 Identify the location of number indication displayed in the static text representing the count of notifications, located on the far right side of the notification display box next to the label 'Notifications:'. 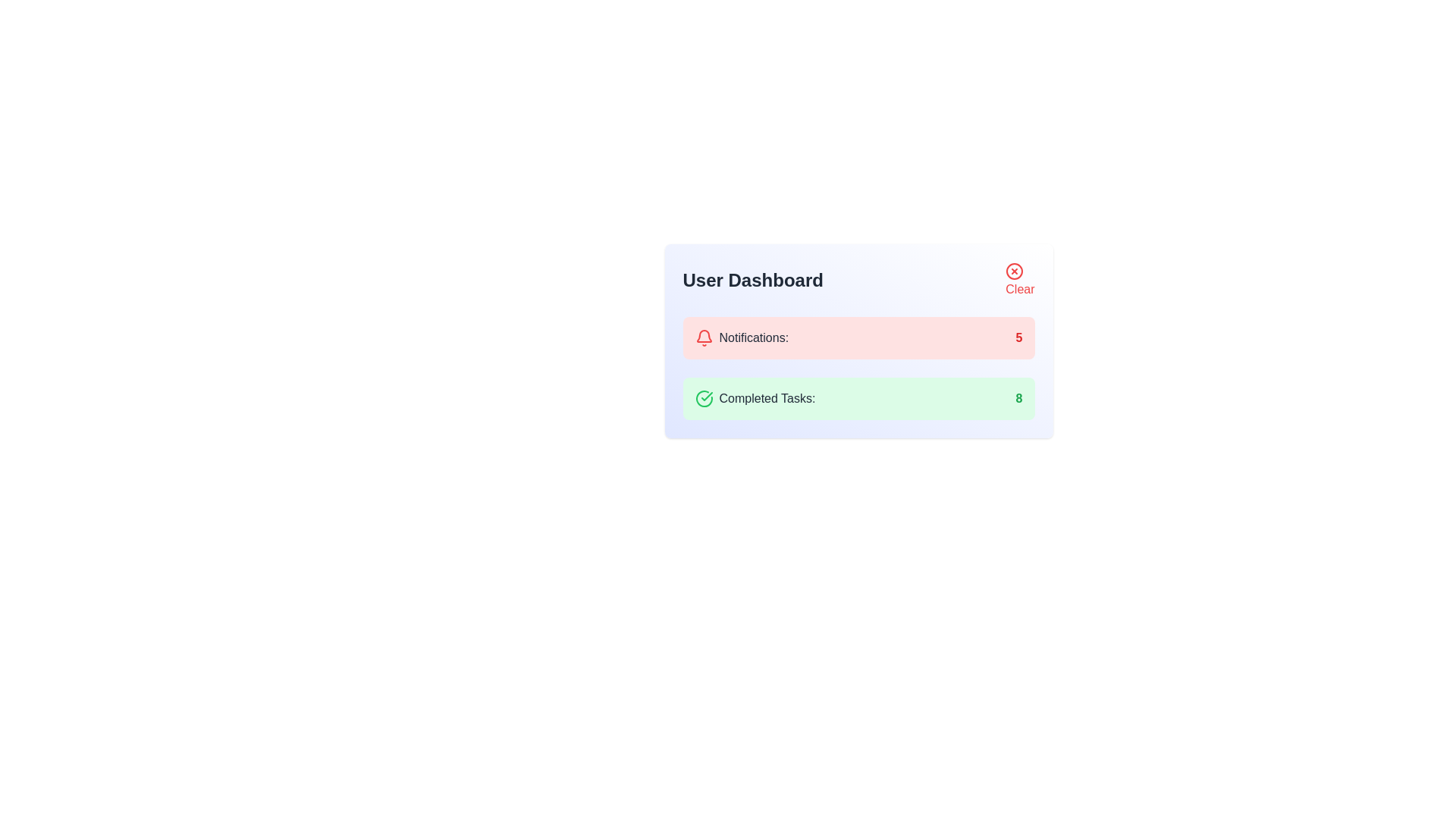
(1019, 337).